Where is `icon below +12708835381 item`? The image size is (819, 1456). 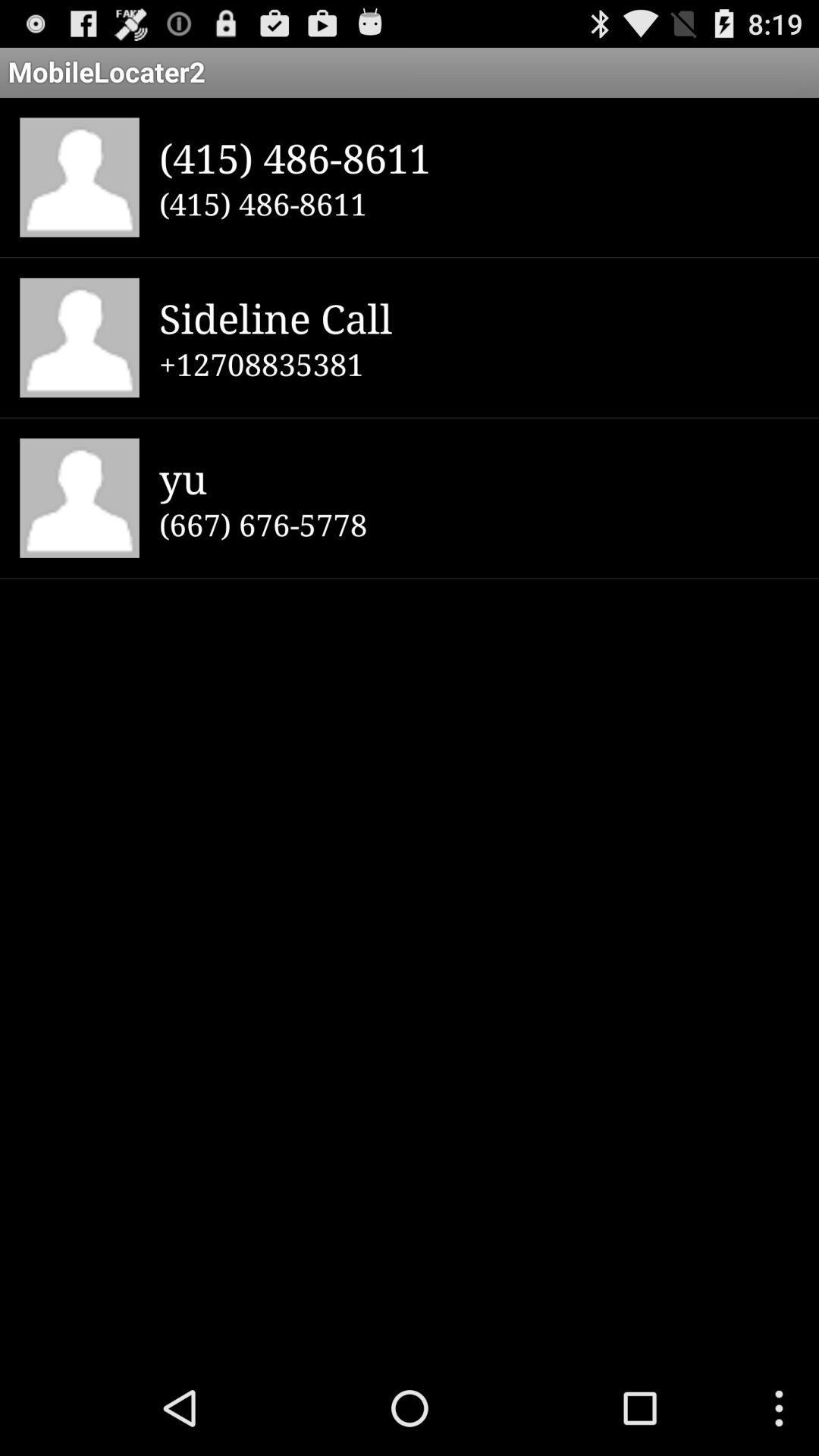 icon below +12708835381 item is located at coordinates (479, 477).